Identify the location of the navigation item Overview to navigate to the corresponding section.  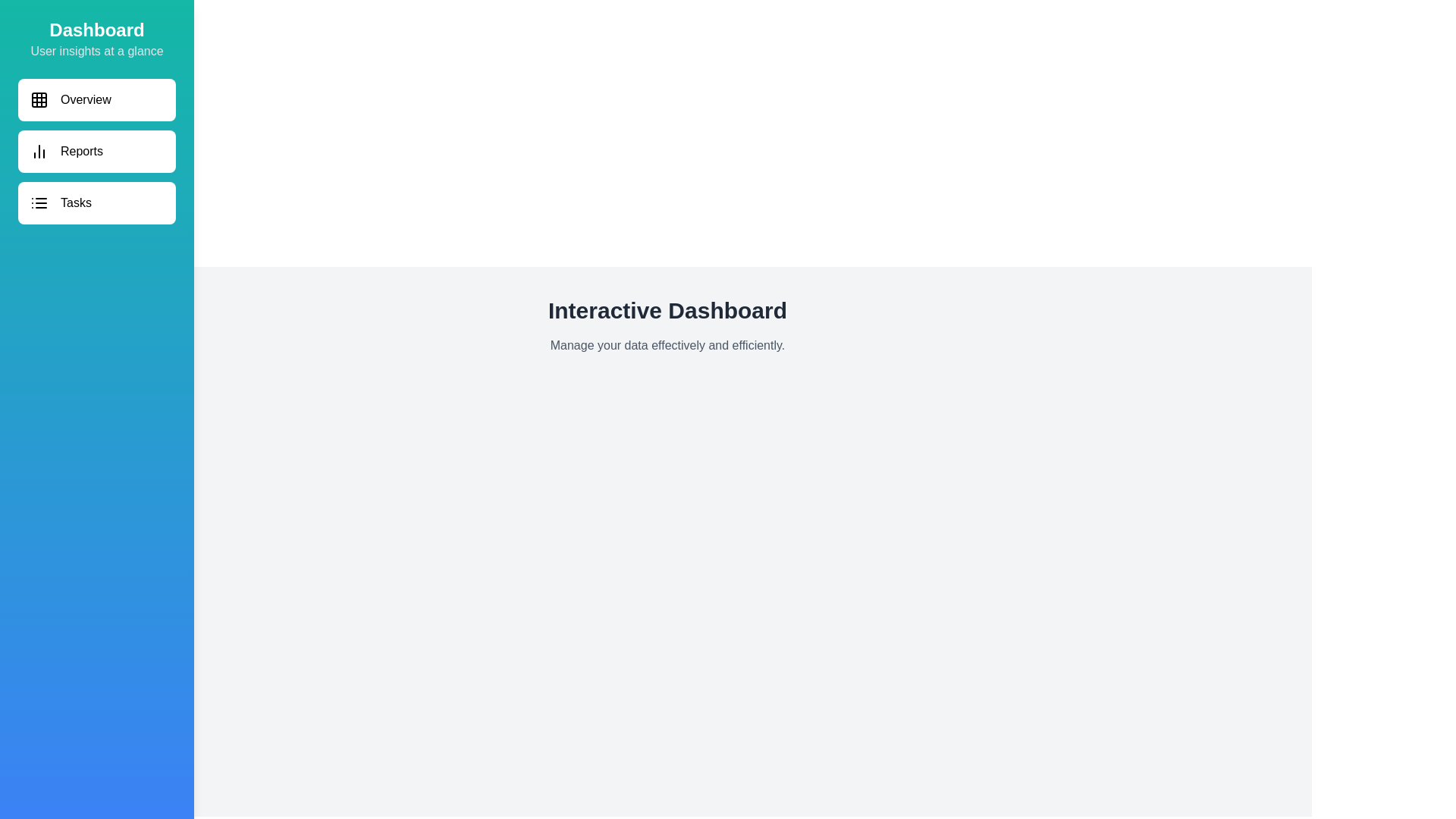
(96, 99).